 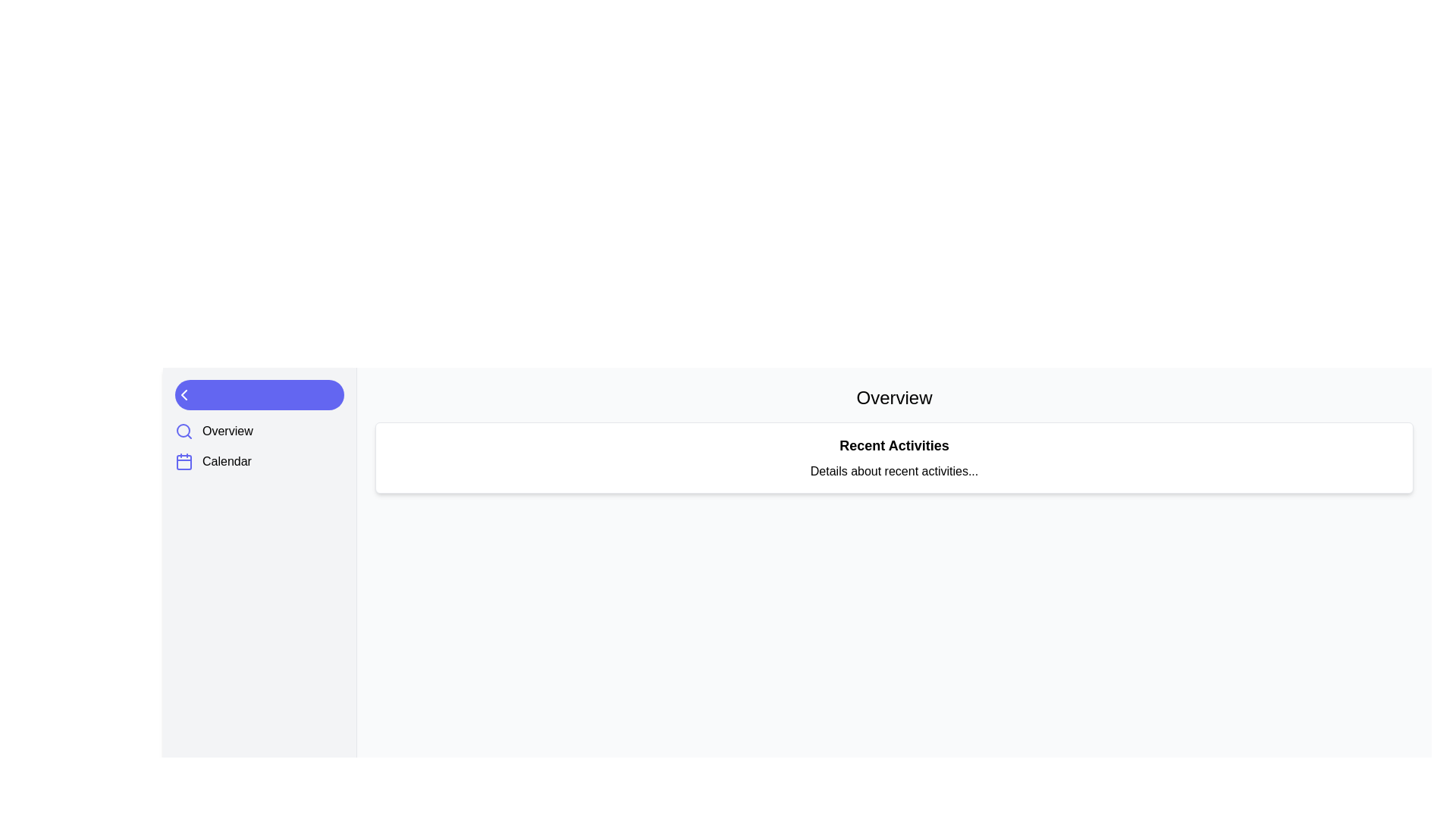 What do you see at coordinates (213, 431) in the screenshot?
I see `the 'Overview' navigation link, which features a small blue-tinted magnifying glass icon on the left followed by the text 'Overview' in black, located at the top of the navigation menu on the left-side panel` at bounding box center [213, 431].